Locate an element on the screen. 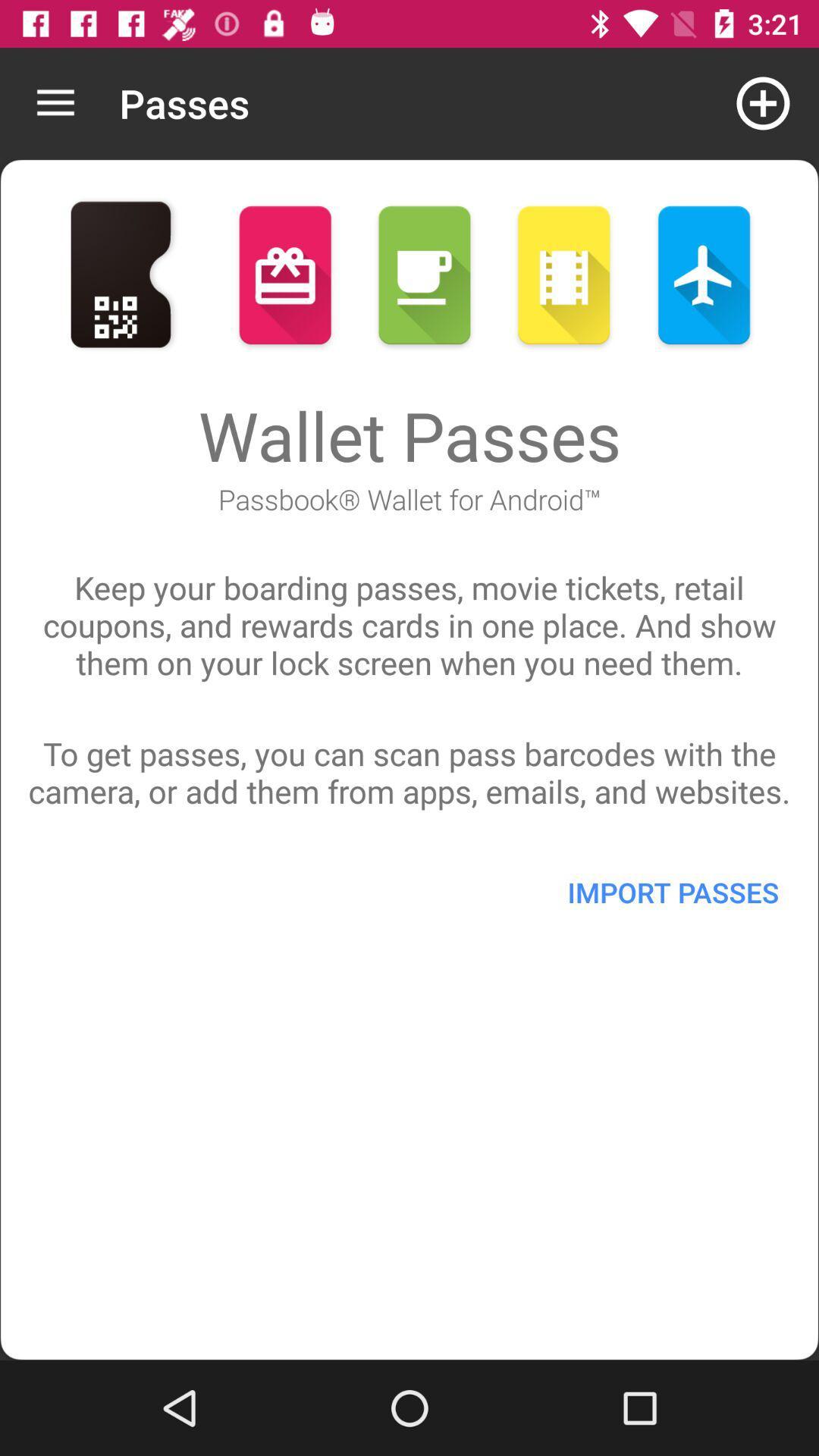  import passes is located at coordinates (672, 892).